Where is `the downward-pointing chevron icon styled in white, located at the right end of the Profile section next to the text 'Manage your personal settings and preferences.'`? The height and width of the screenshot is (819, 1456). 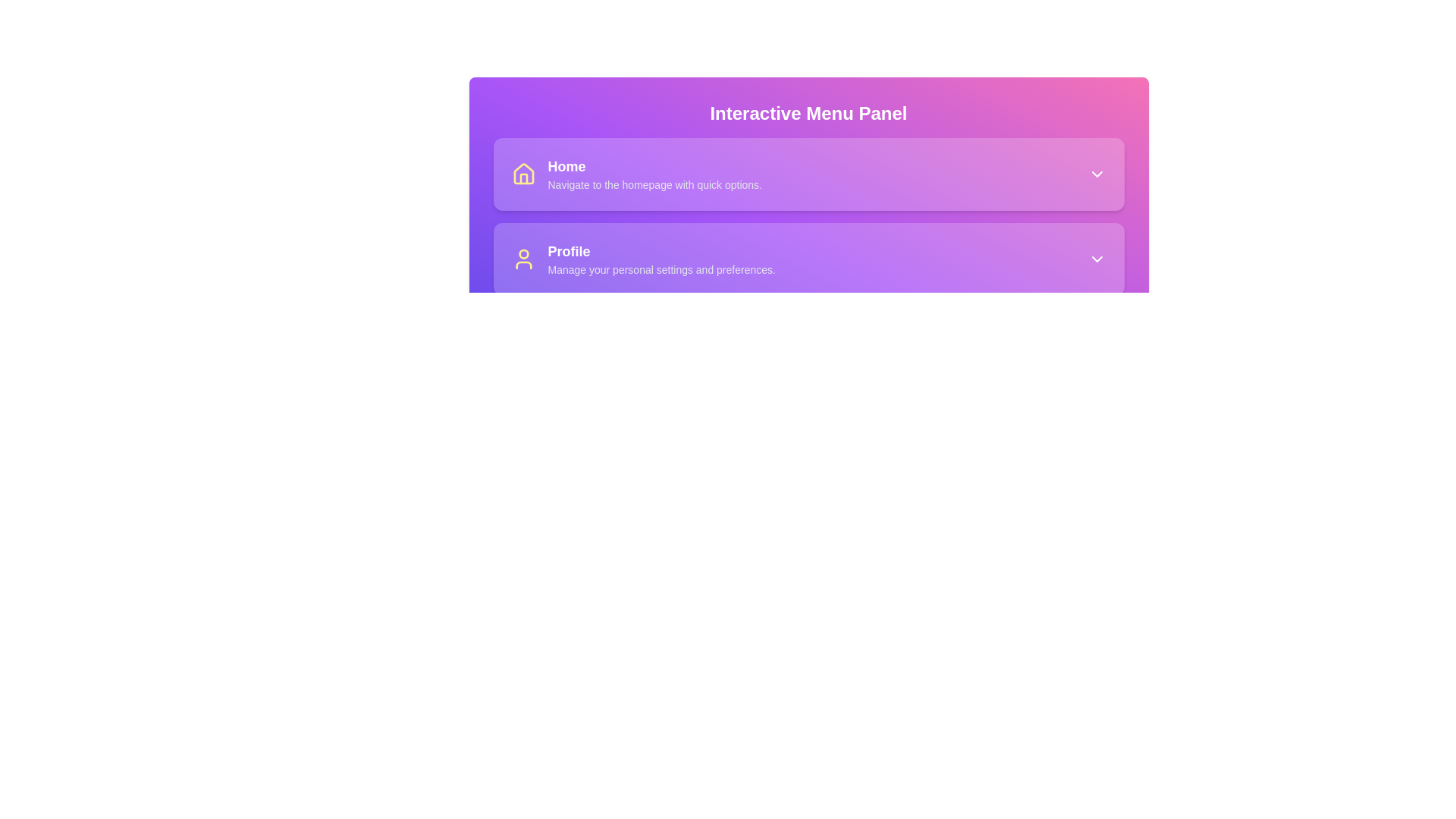 the downward-pointing chevron icon styled in white, located at the right end of the Profile section next to the text 'Manage your personal settings and preferences.' is located at coordinates (1097, 259).